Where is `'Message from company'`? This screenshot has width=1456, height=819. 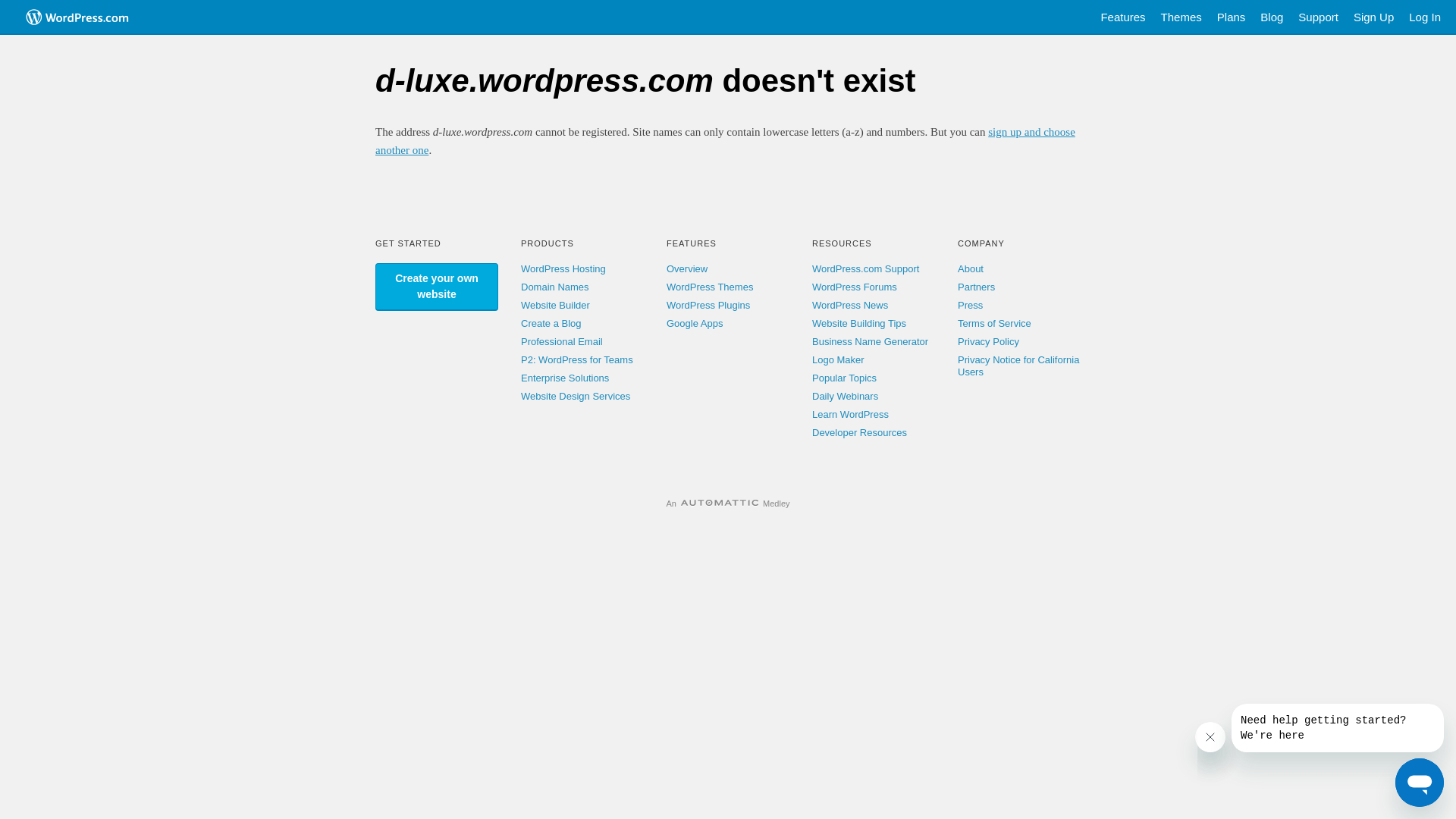
'Message from company' is located at coordinates (1337, 727).